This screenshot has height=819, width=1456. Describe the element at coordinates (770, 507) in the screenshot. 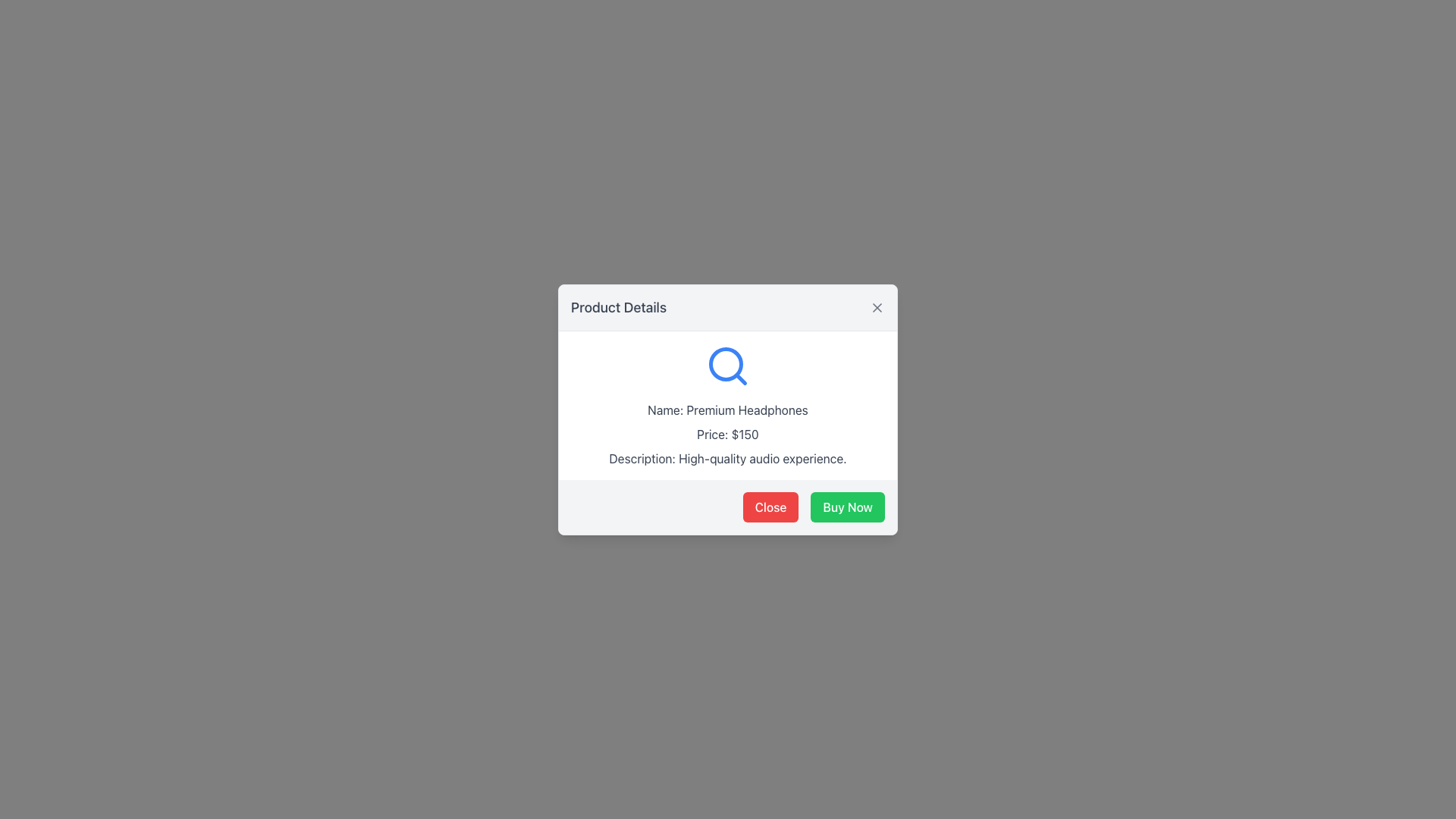

I see `the red 'Close' button, which is the leftmost button in the bottom-right section of the modal dialog` at that location.